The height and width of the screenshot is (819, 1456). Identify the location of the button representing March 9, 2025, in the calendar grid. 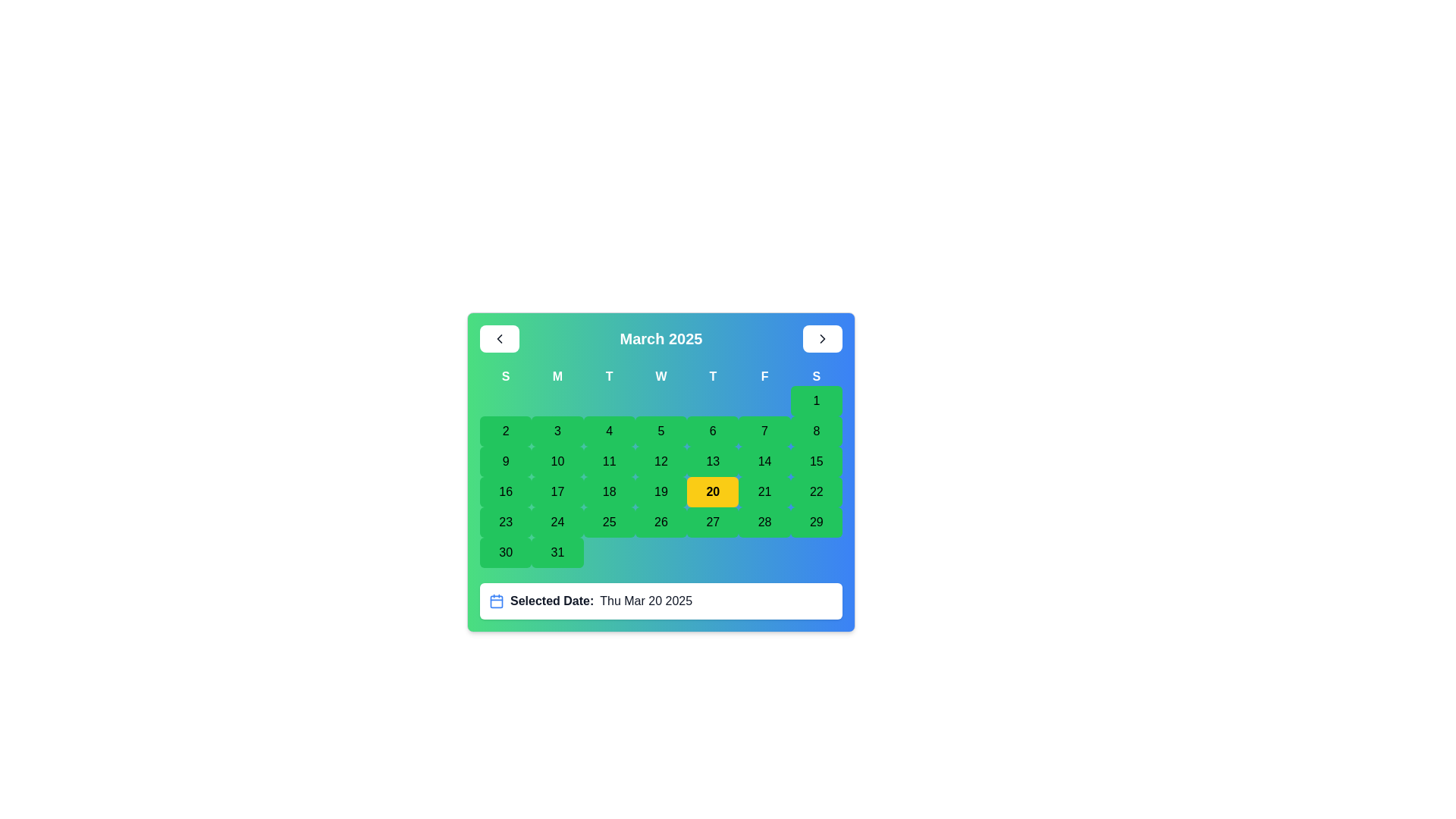
(506, 461).